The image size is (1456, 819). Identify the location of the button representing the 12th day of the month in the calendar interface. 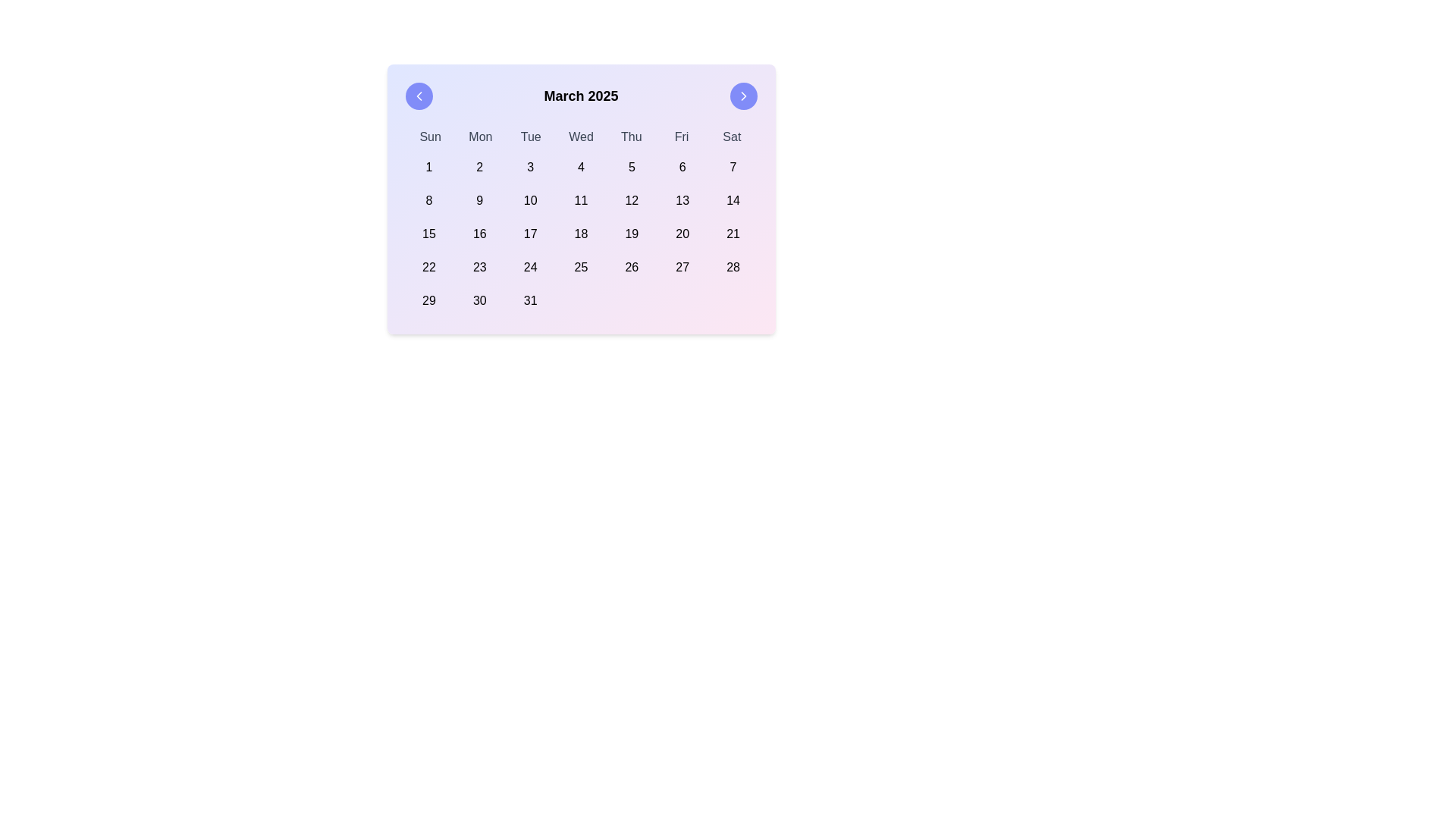
(632, 200).